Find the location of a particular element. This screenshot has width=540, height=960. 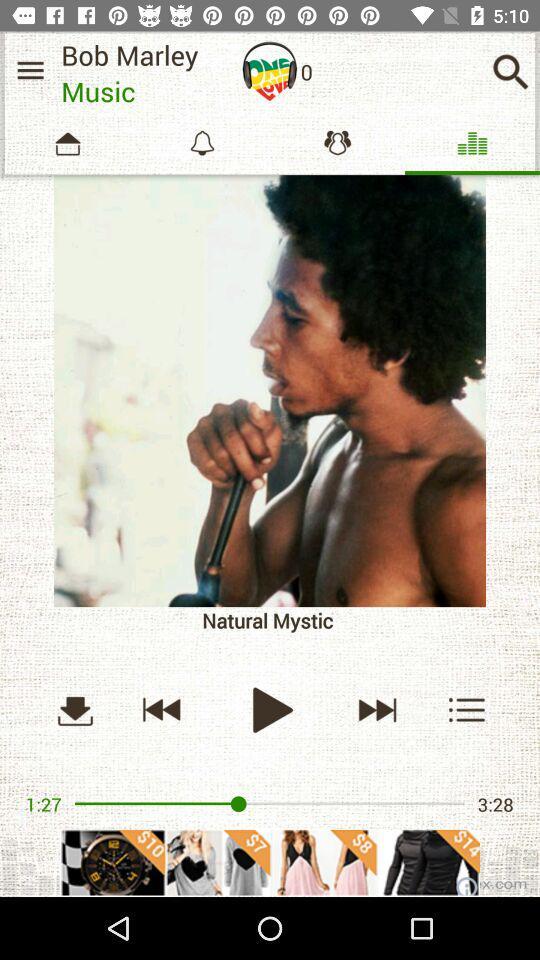

previous track is located at coordinates (161, 709).